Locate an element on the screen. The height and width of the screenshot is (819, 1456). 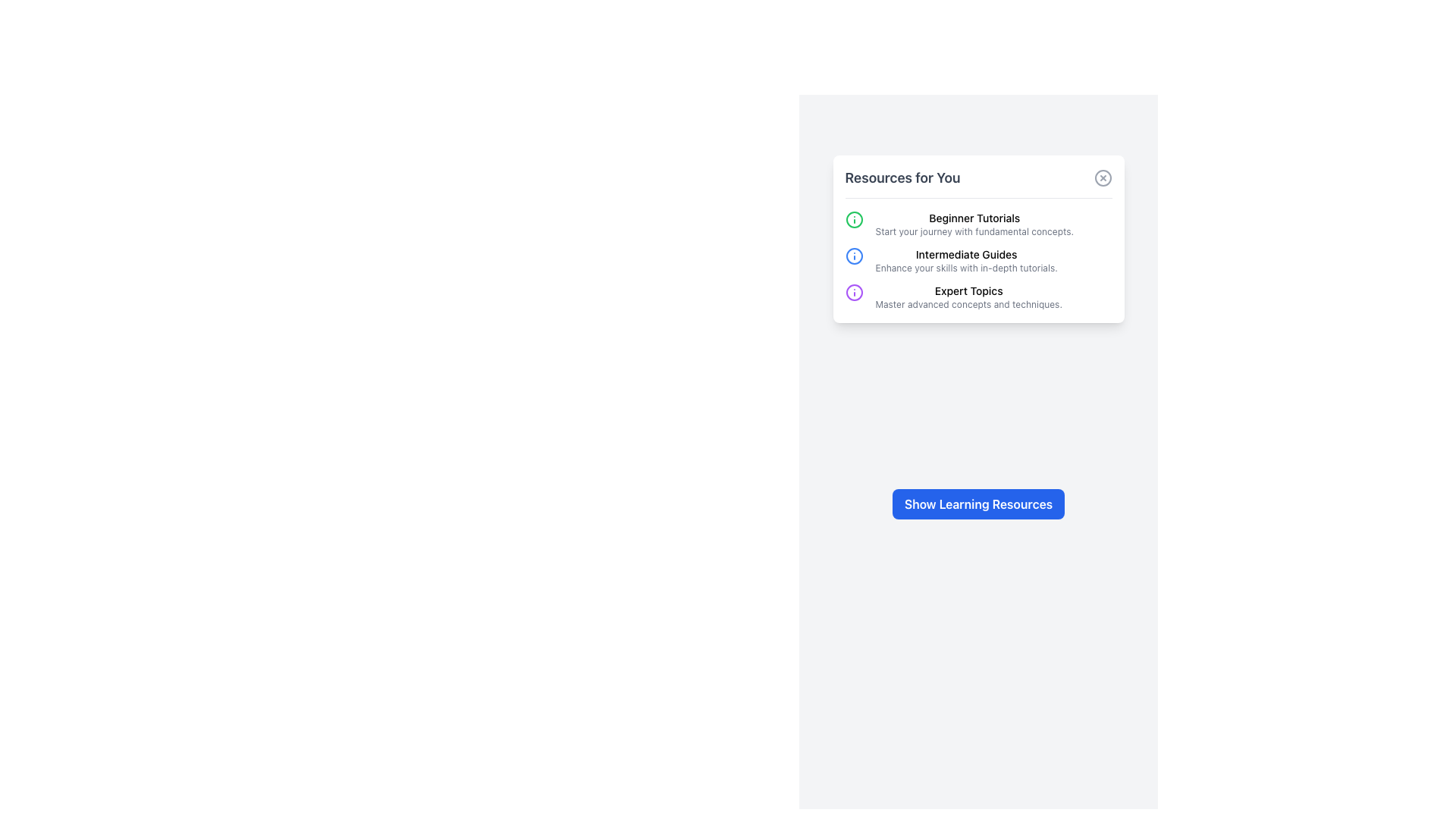
the informational circular icon outlined in purple with a centered 'i', located on the leftmost side of the 'Expert Topics' content block is located at coordinates (854, 292).